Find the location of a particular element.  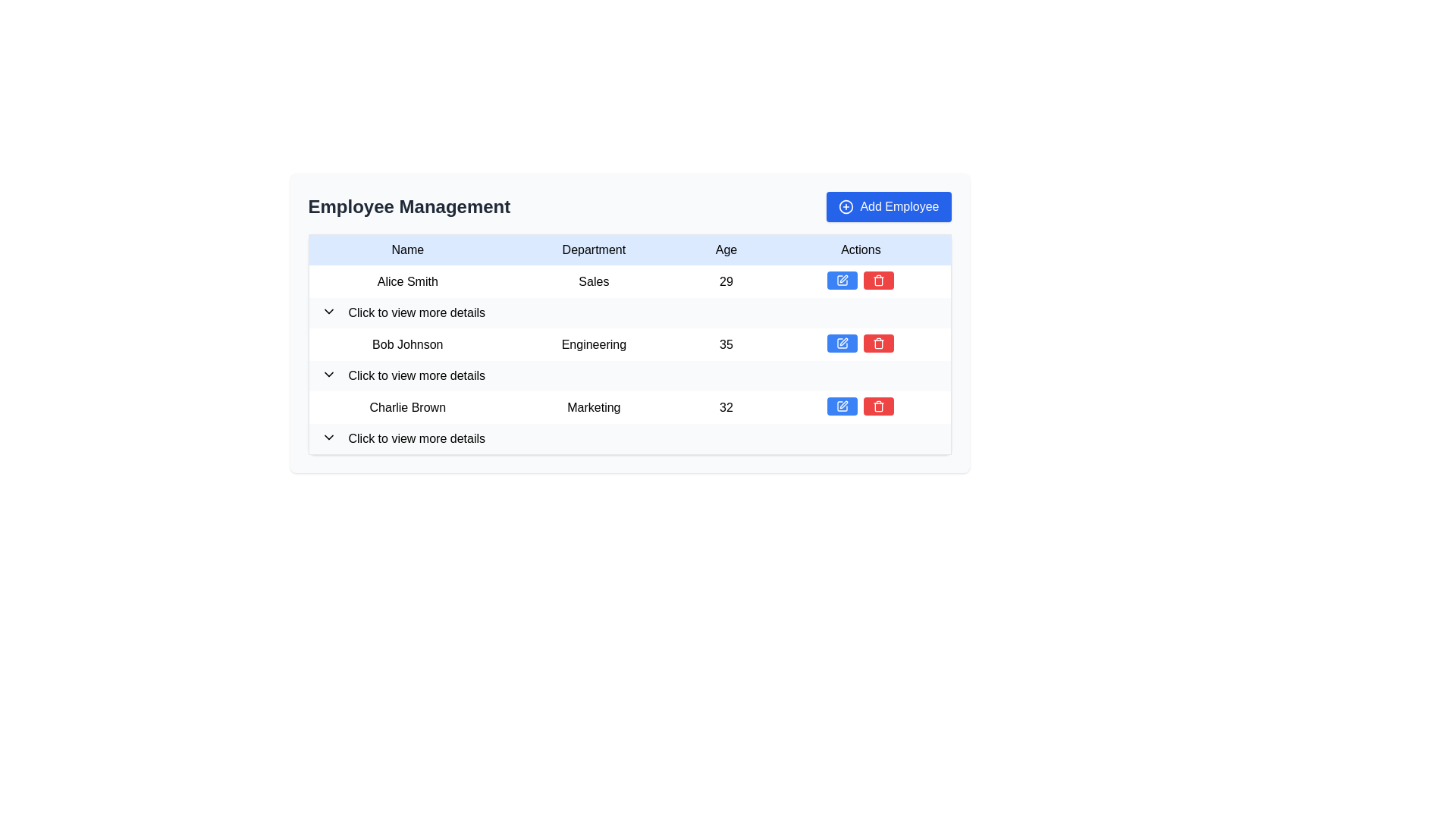

the 'Add Employee' button located in the top-right corner of the 'Employee Management' header section is located at coordinates (889, 207).